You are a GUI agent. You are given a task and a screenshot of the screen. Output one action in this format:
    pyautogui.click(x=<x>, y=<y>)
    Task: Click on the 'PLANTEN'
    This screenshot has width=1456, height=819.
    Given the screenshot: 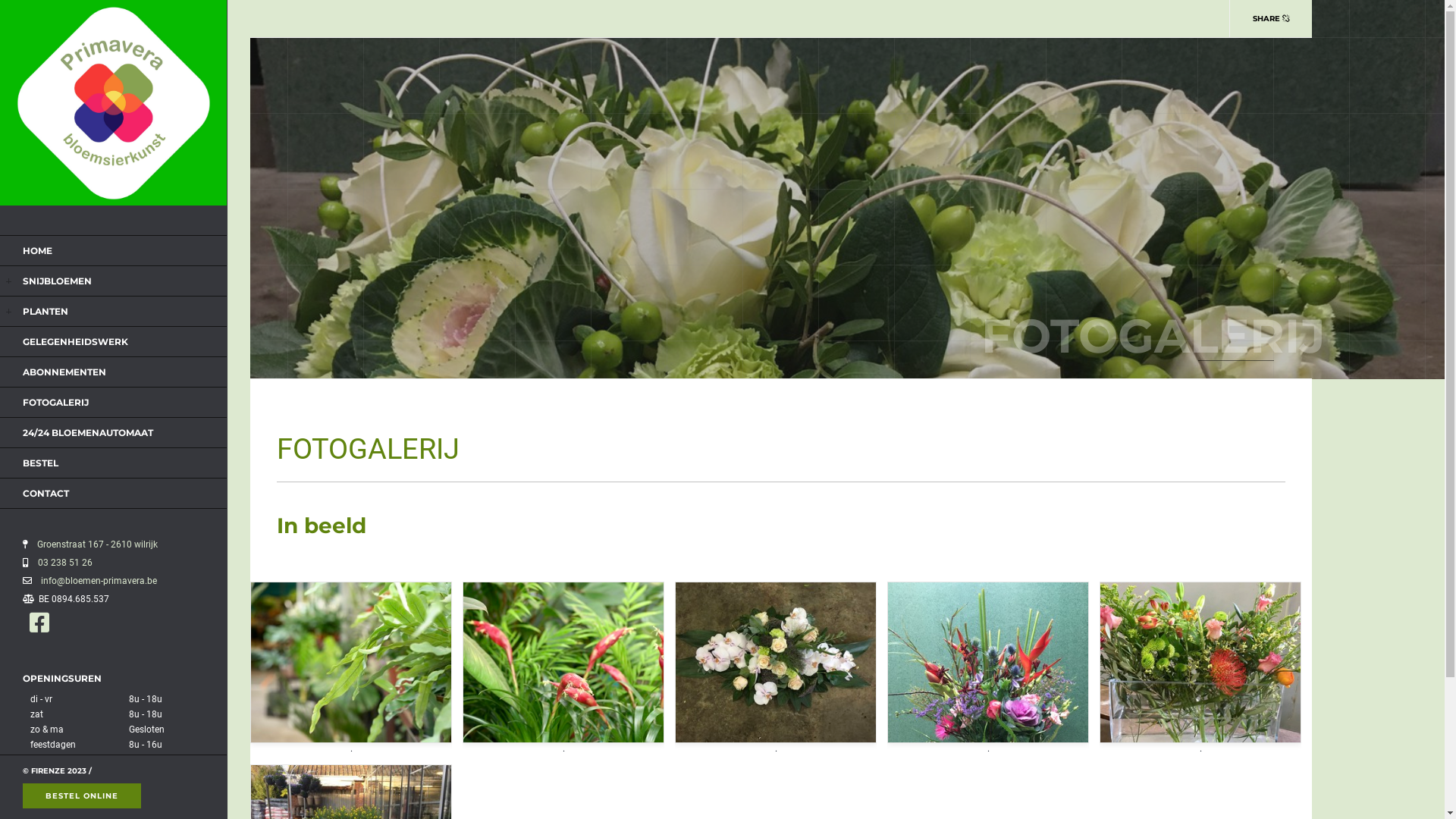 What is the action you would take?
    pyautogui.click(x=45, y=310)
    